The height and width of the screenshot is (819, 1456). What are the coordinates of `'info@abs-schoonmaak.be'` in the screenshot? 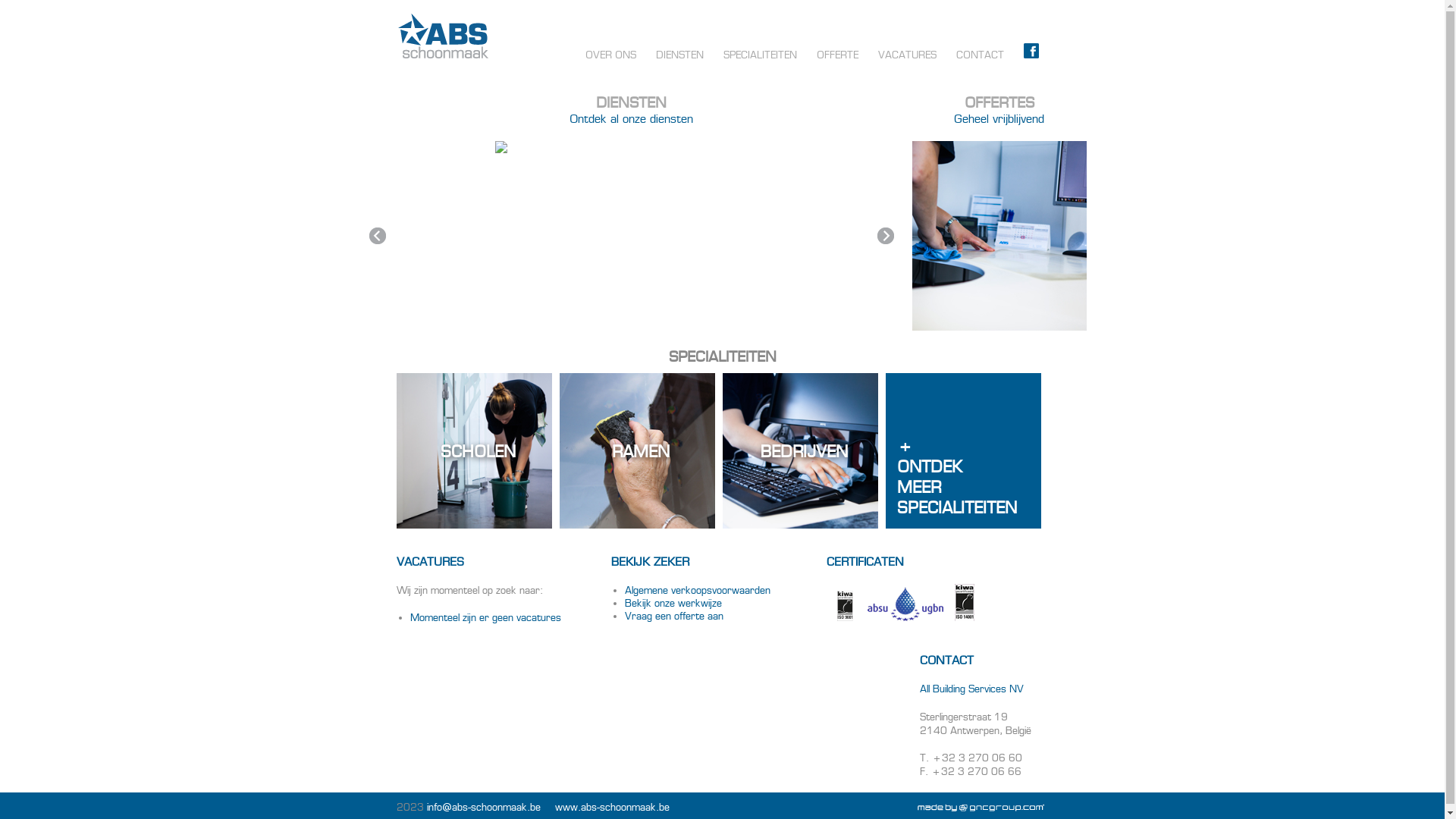 It's located at (482, 806).